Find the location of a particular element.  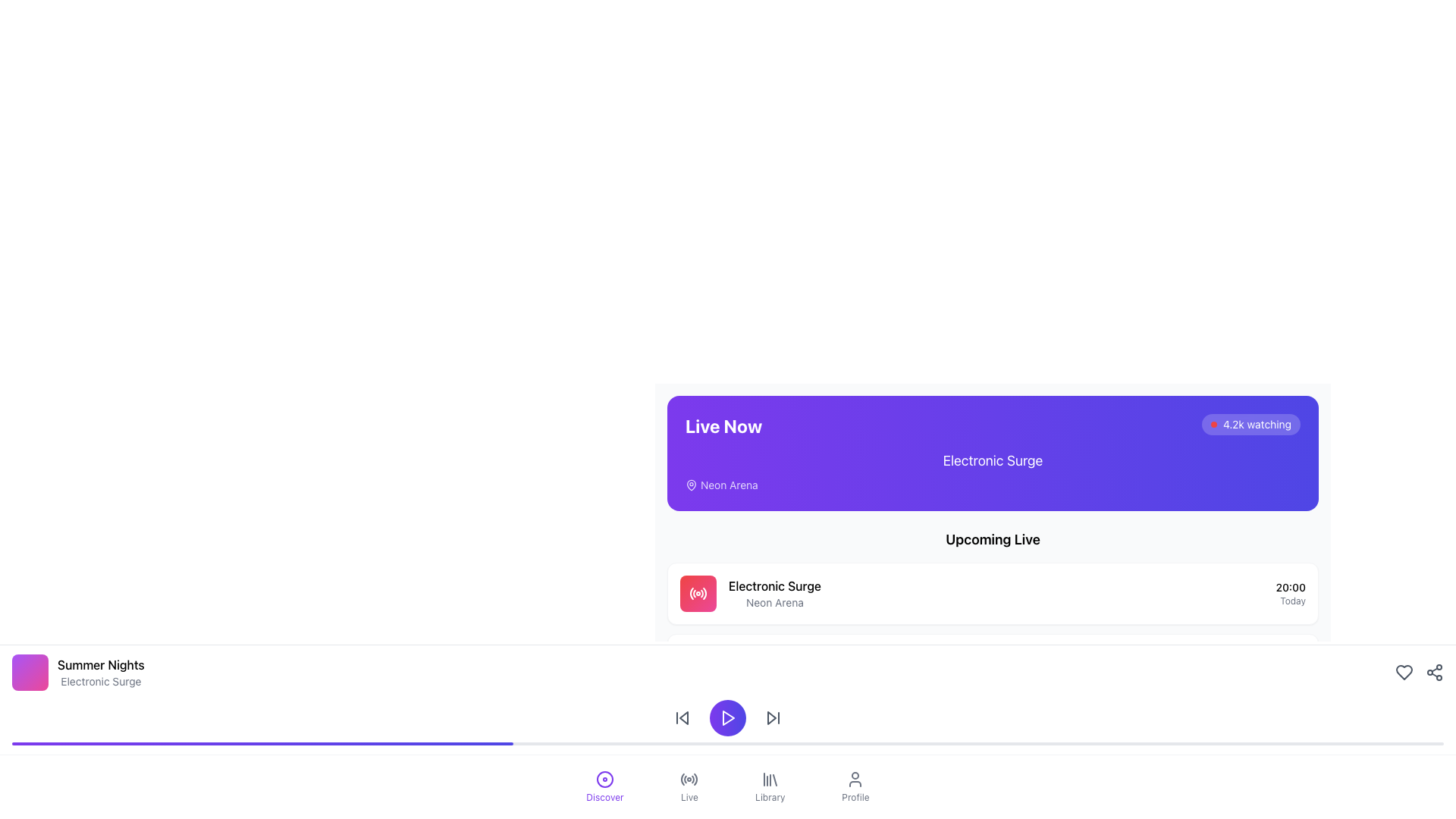

the 'skip back' button located in the control bar section, adjacent to the playback controls, immediately to the left of the play button is located at coordinates (683, 717).